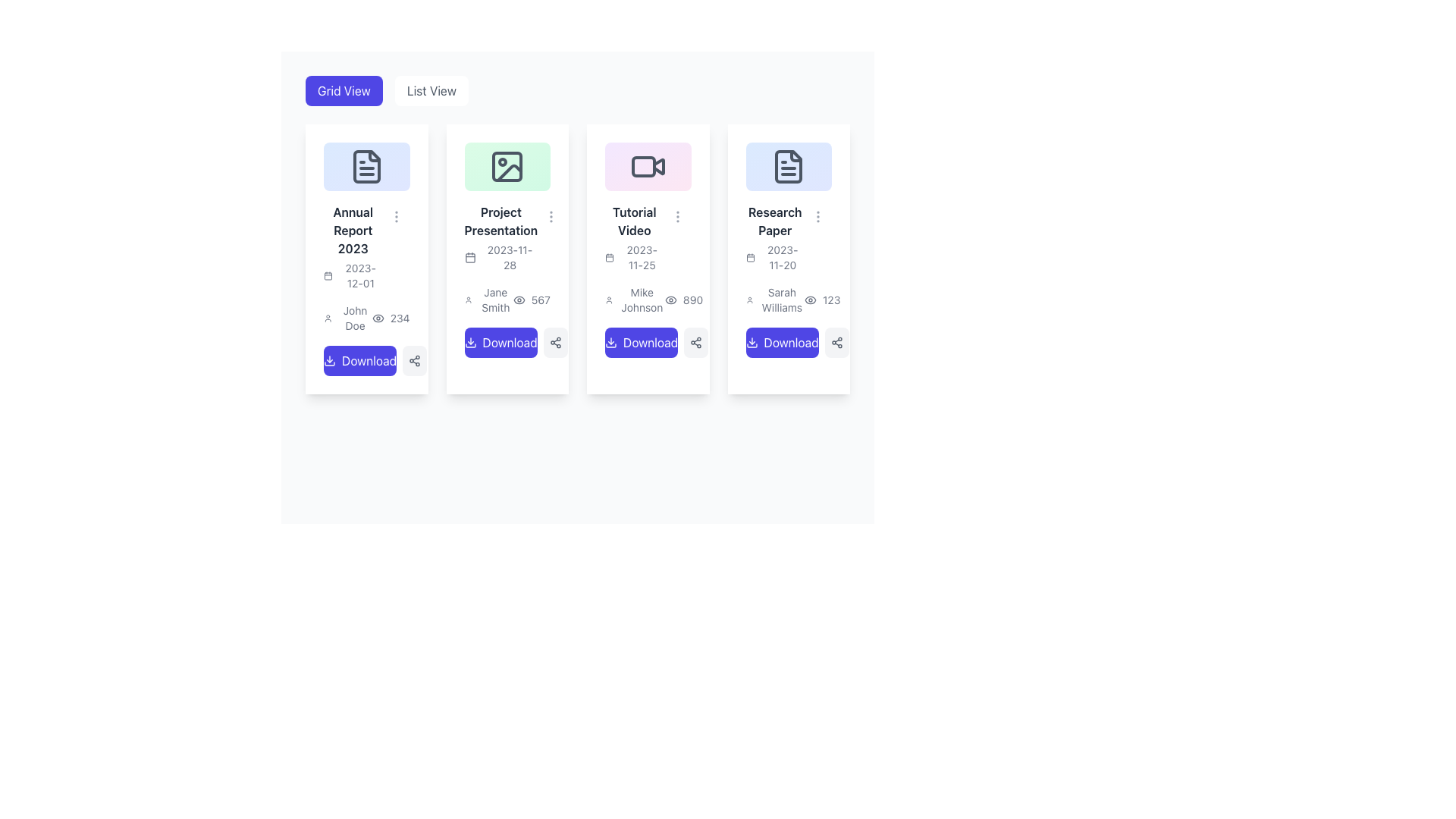  I want to click on text label displaying the name 'Jane Smith', which is located within the 'Project Presentation' card, positioned below the date information and above the view count indicator, so click(488, 300).